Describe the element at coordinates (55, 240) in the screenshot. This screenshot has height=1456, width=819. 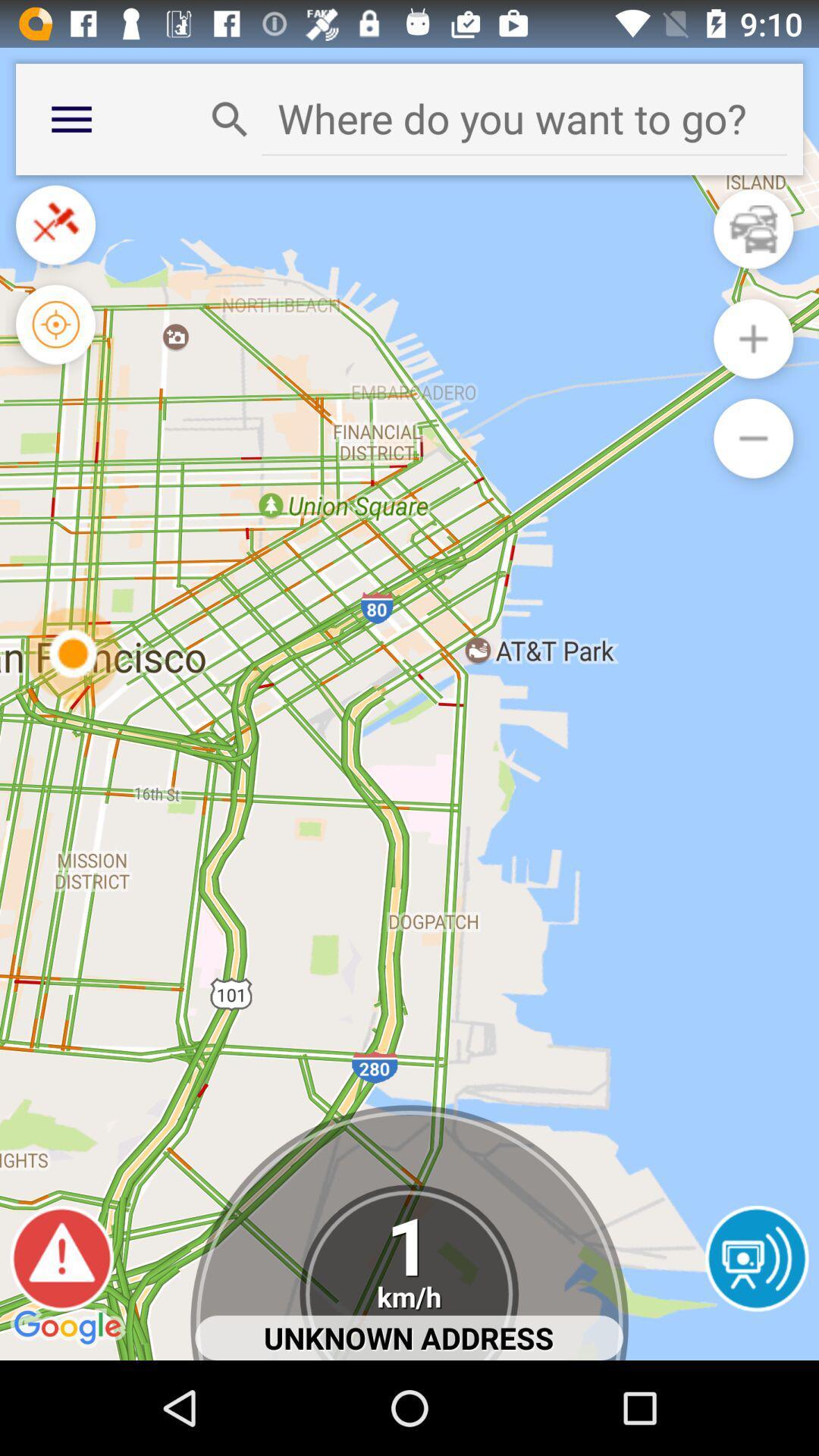
I see `the close icon` at that location.